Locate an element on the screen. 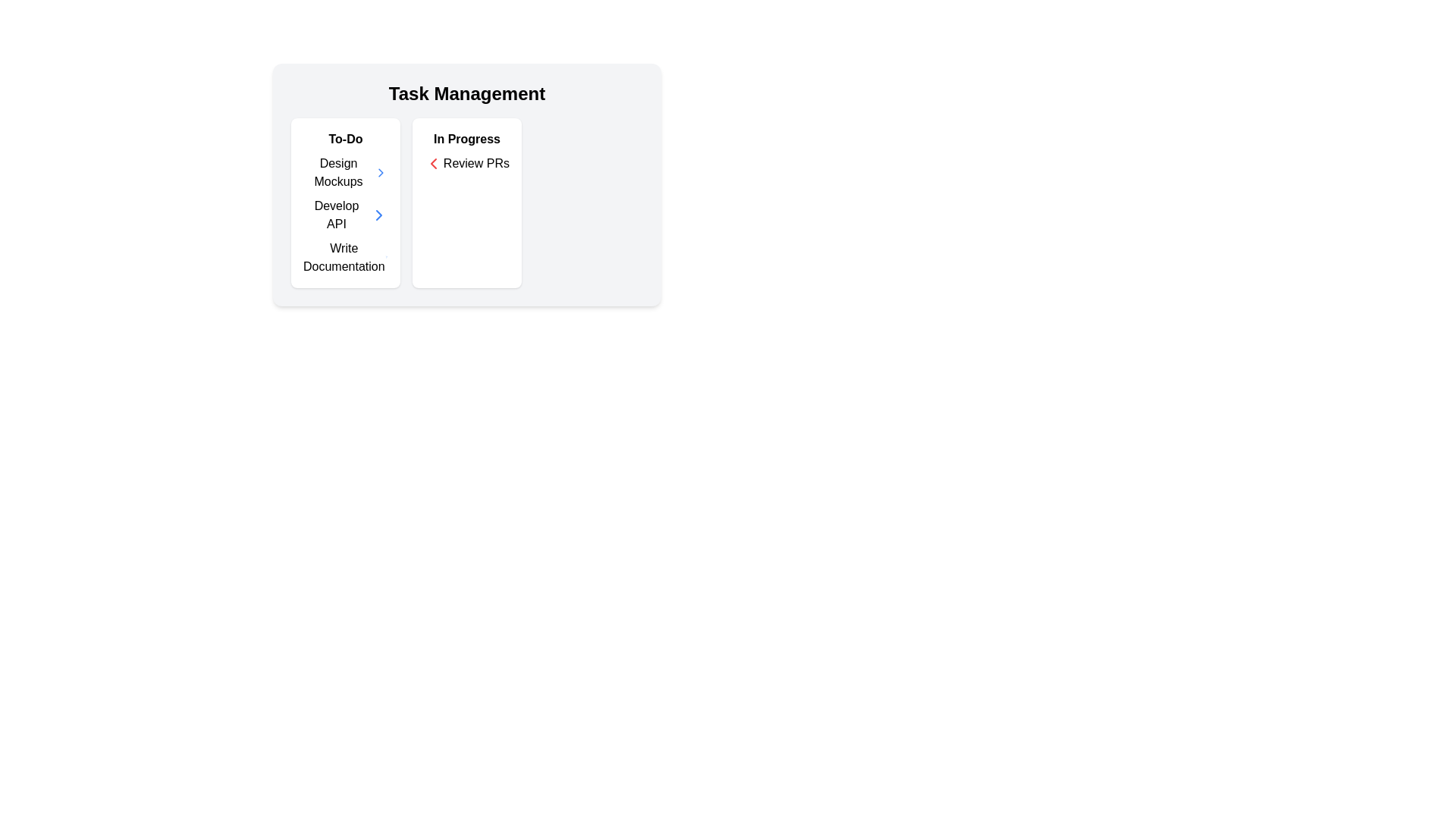 The image size is (1456, 819). listed tasks within the 'In Progress' card section, which is the middle section of the task management interface is located at coordinates (466, 202).